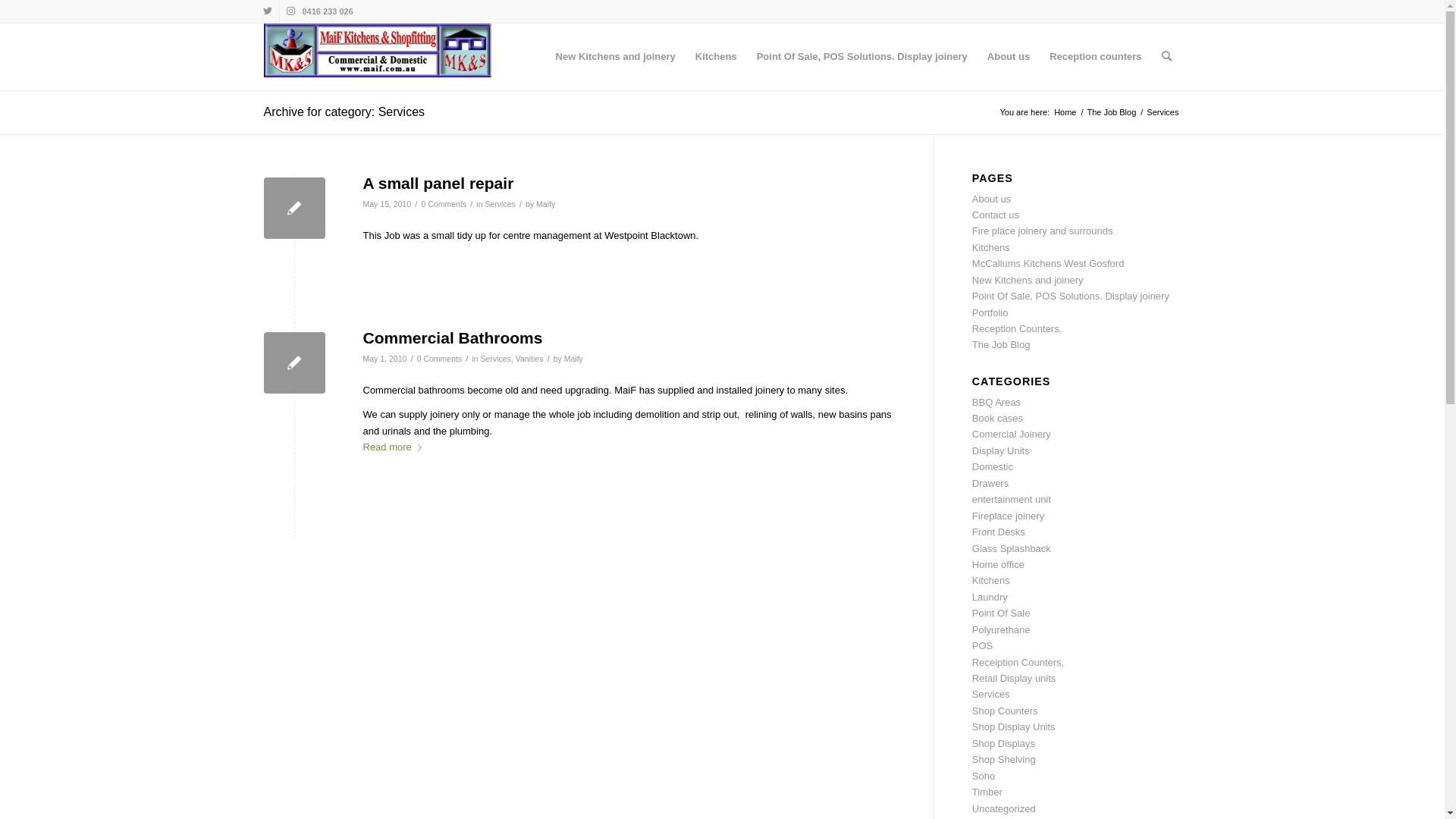 This screenshot has width=1456, height=819. I want to click on 'Maify', so click(545, 203).